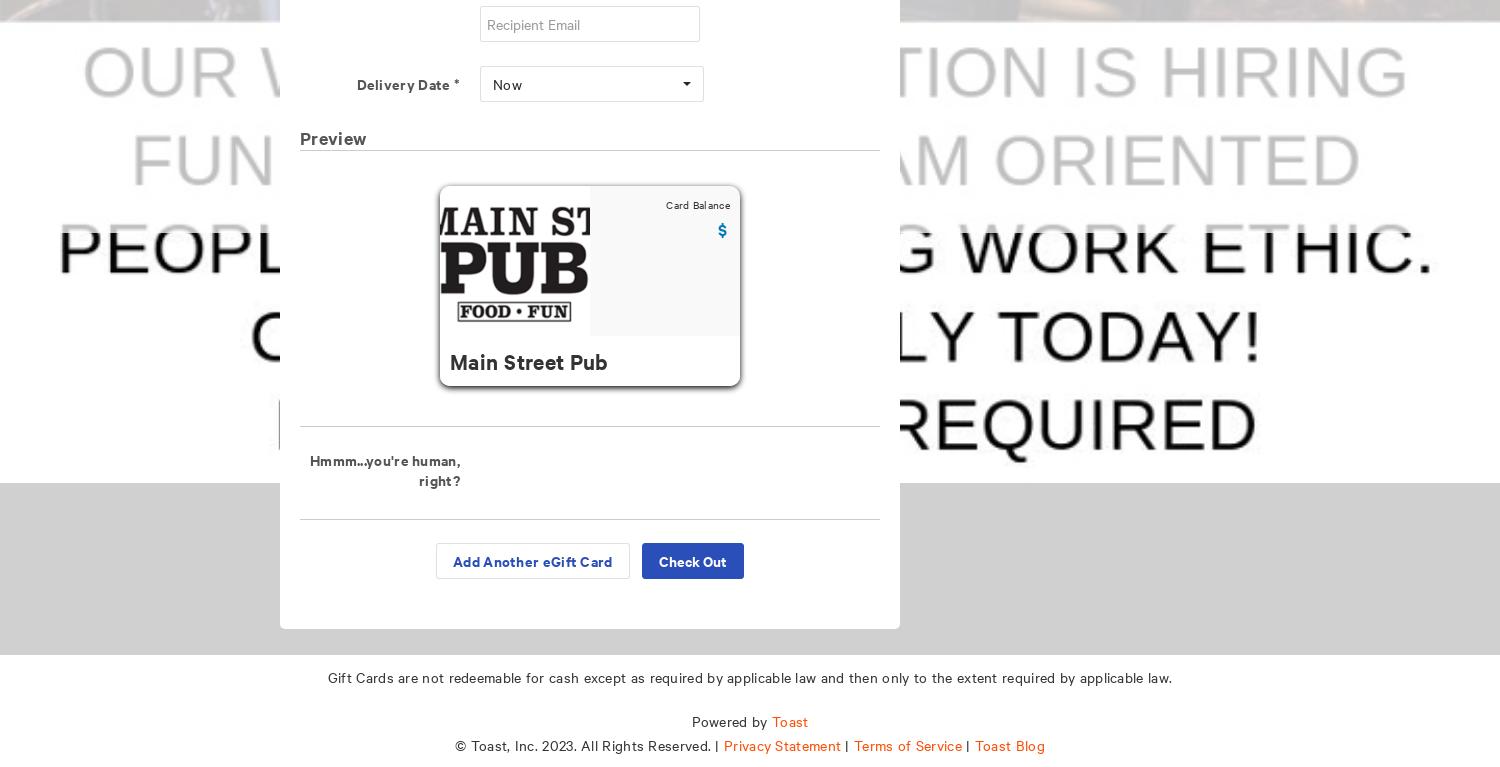 This screenshot has height=767, width=1500. What do you see at coordinates (696, 204) in the screenshot?
I see `'Card Balance'` at bounding box center [696, 204].